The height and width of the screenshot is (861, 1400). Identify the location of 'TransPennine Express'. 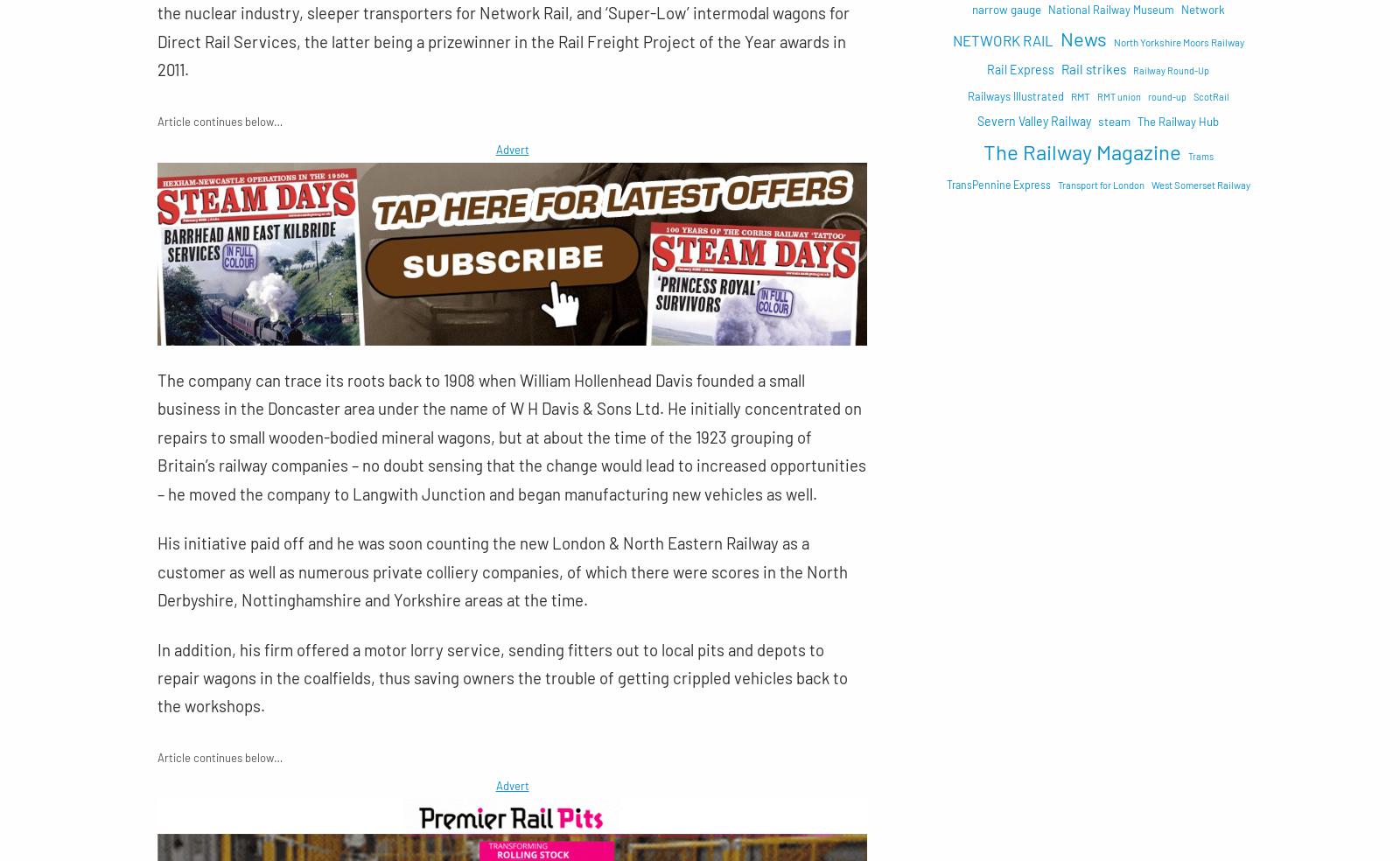
(945, 184).